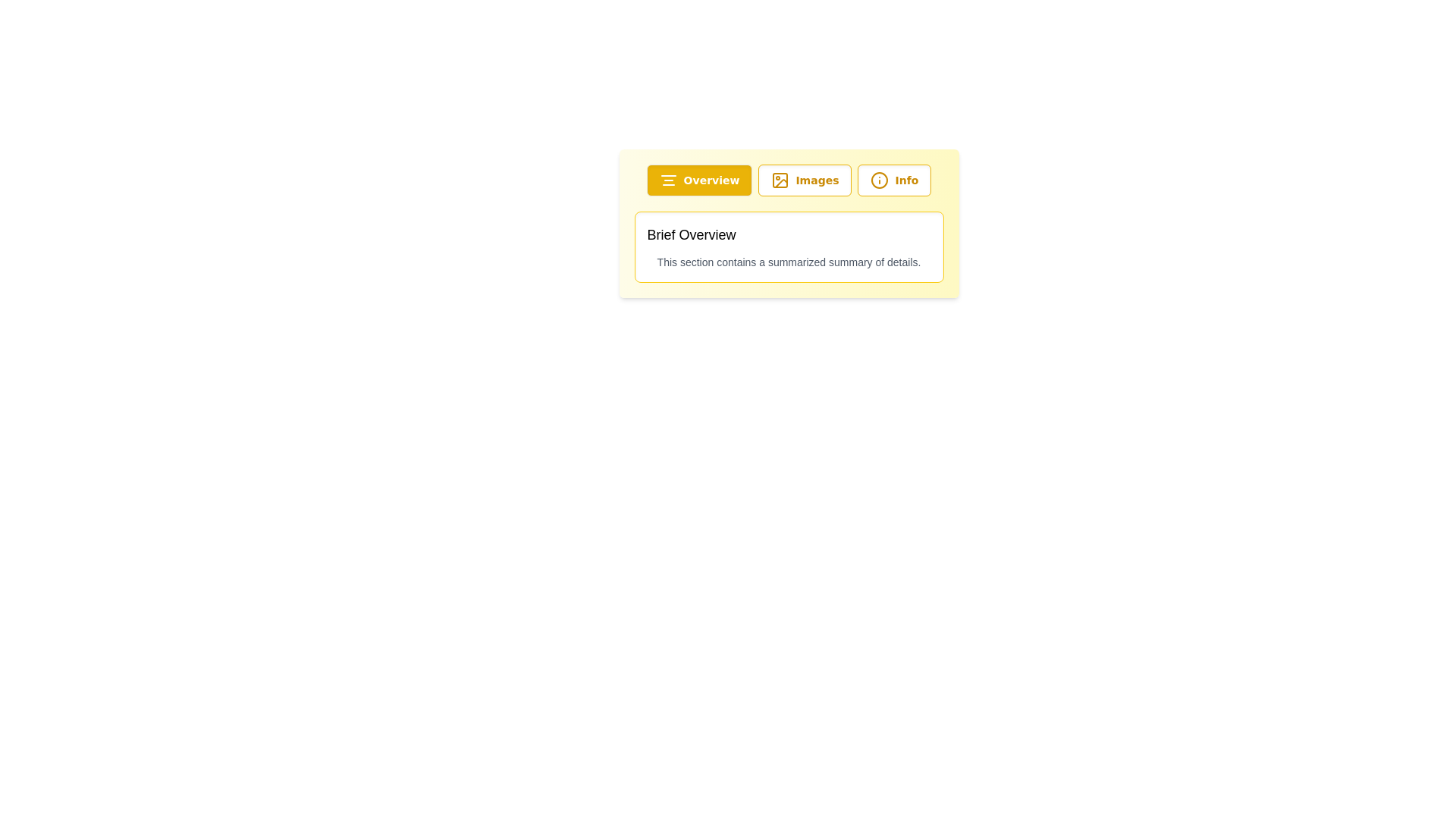  Describe the element at coordinates (780, 180) in the screenshot. I see `the image icon located at the center of the 'Images' button in the menu to trigger visual effects` at that location.